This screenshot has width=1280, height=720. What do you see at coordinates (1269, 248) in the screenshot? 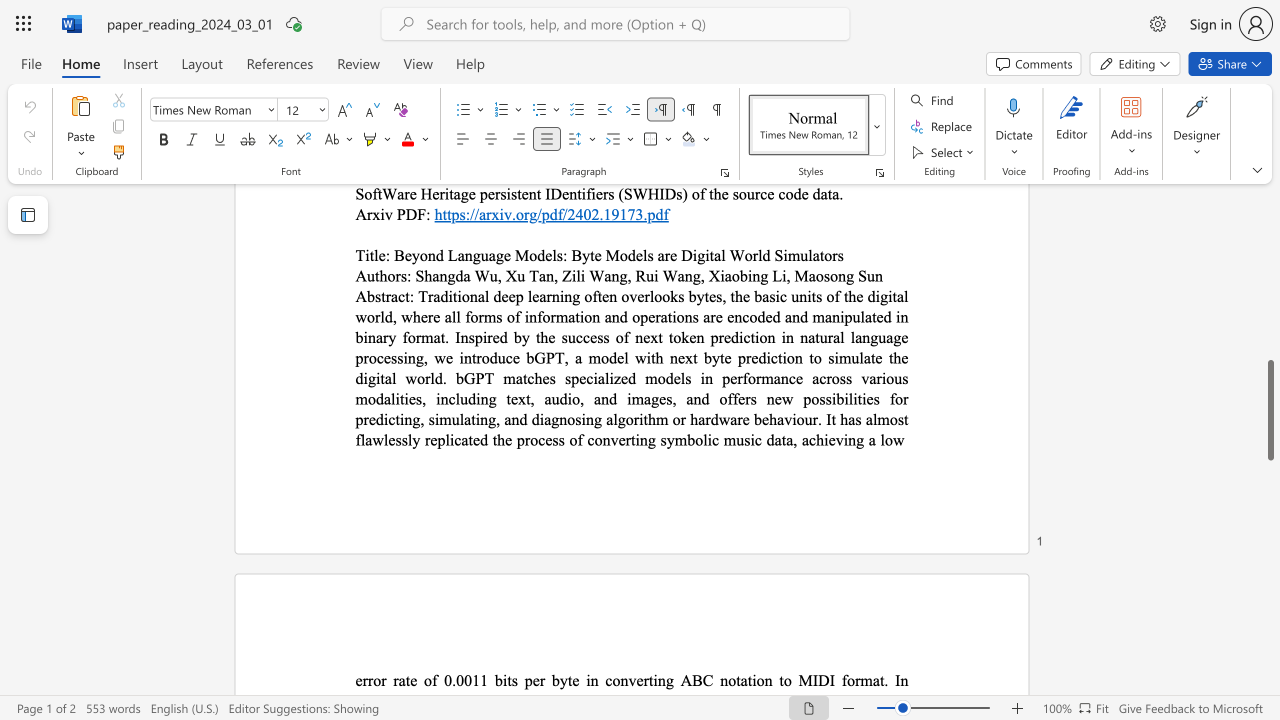
I see `the scrollbar on the right` at bounding box center [1269, 248].